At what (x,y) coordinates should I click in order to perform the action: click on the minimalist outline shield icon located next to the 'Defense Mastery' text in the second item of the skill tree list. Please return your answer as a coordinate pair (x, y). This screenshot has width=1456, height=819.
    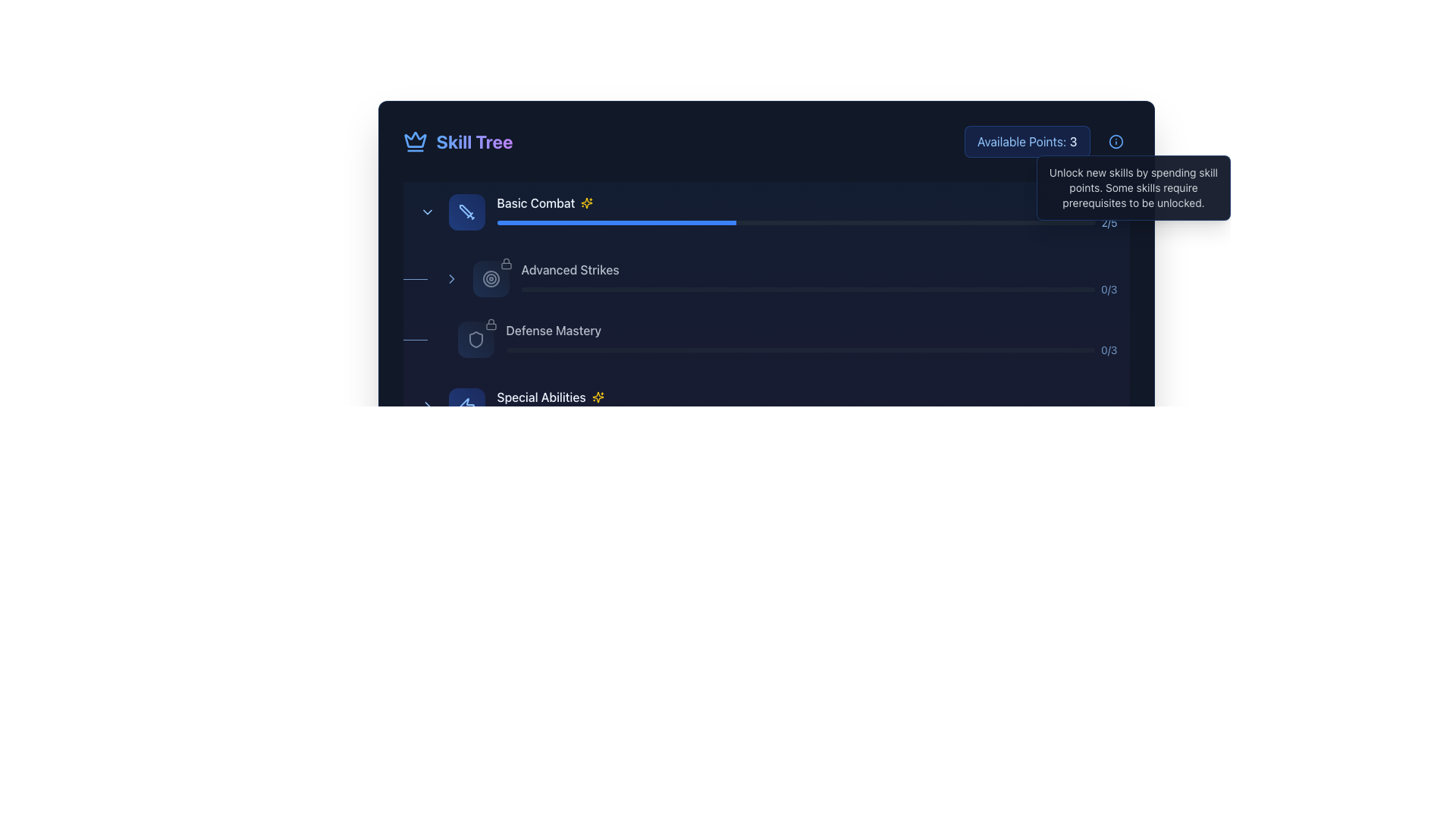
    Looking at the image, I should click on (475, 338).